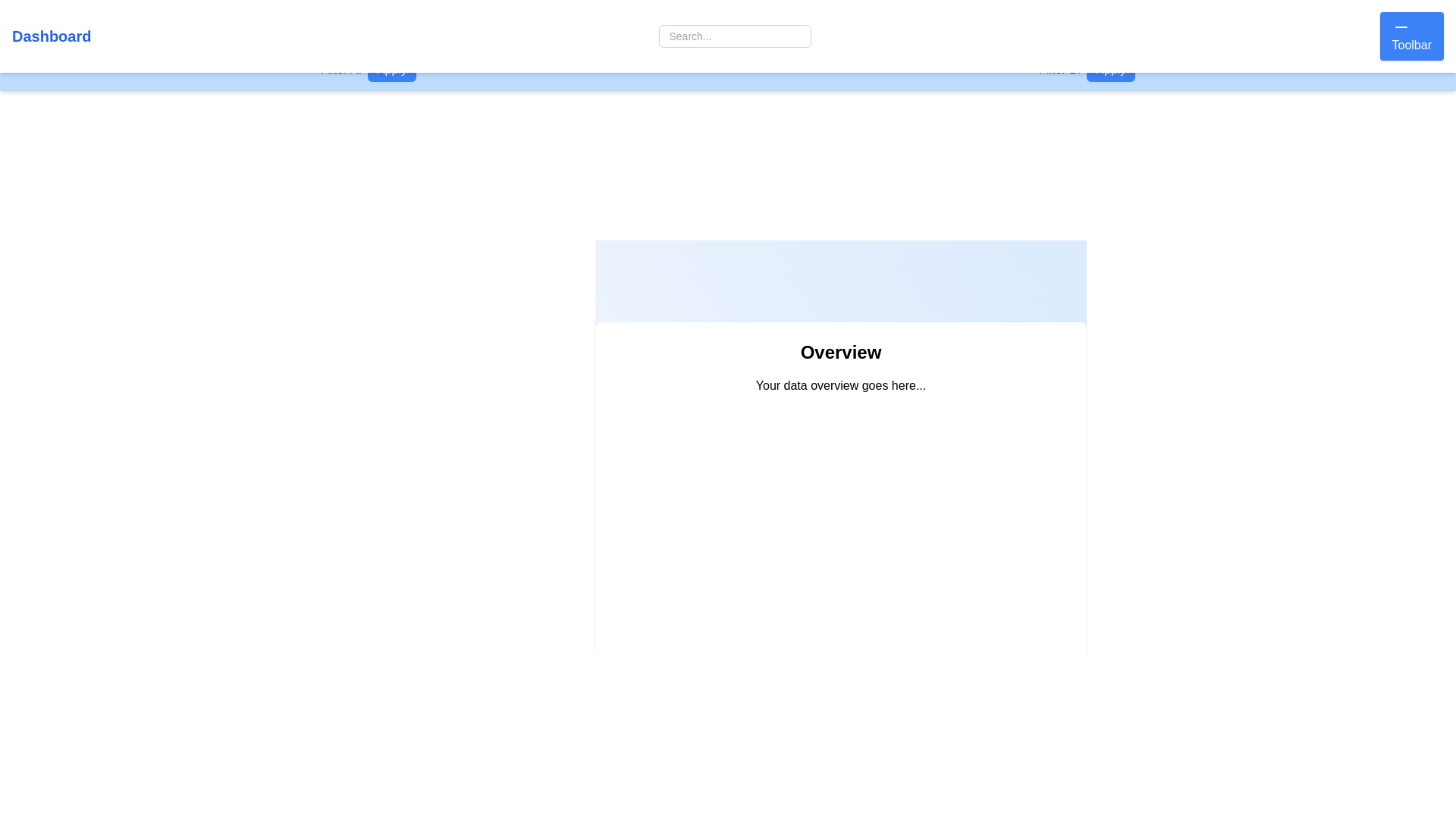 The width and height of the screenshot is (1456, 819). Describe the element at coordinates (52, 35) in the screenshot. I see `the 'Dashboard' text label located on the far-left side of the top fixed toolbar, which is prominently displayed in large, bold, blue-colored typography` at that location.